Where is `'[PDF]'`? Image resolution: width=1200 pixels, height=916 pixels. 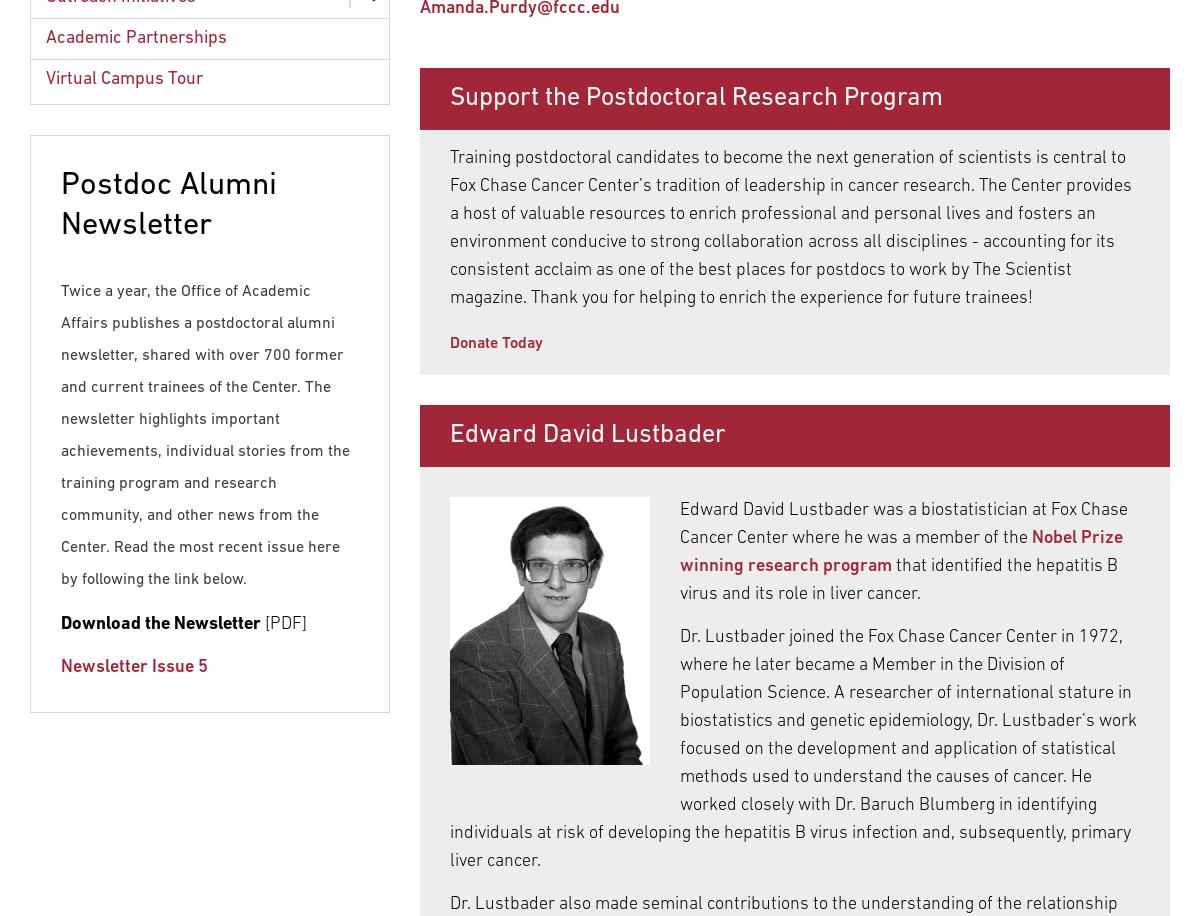
'[PDF]' is located at coordinates (263, 623).